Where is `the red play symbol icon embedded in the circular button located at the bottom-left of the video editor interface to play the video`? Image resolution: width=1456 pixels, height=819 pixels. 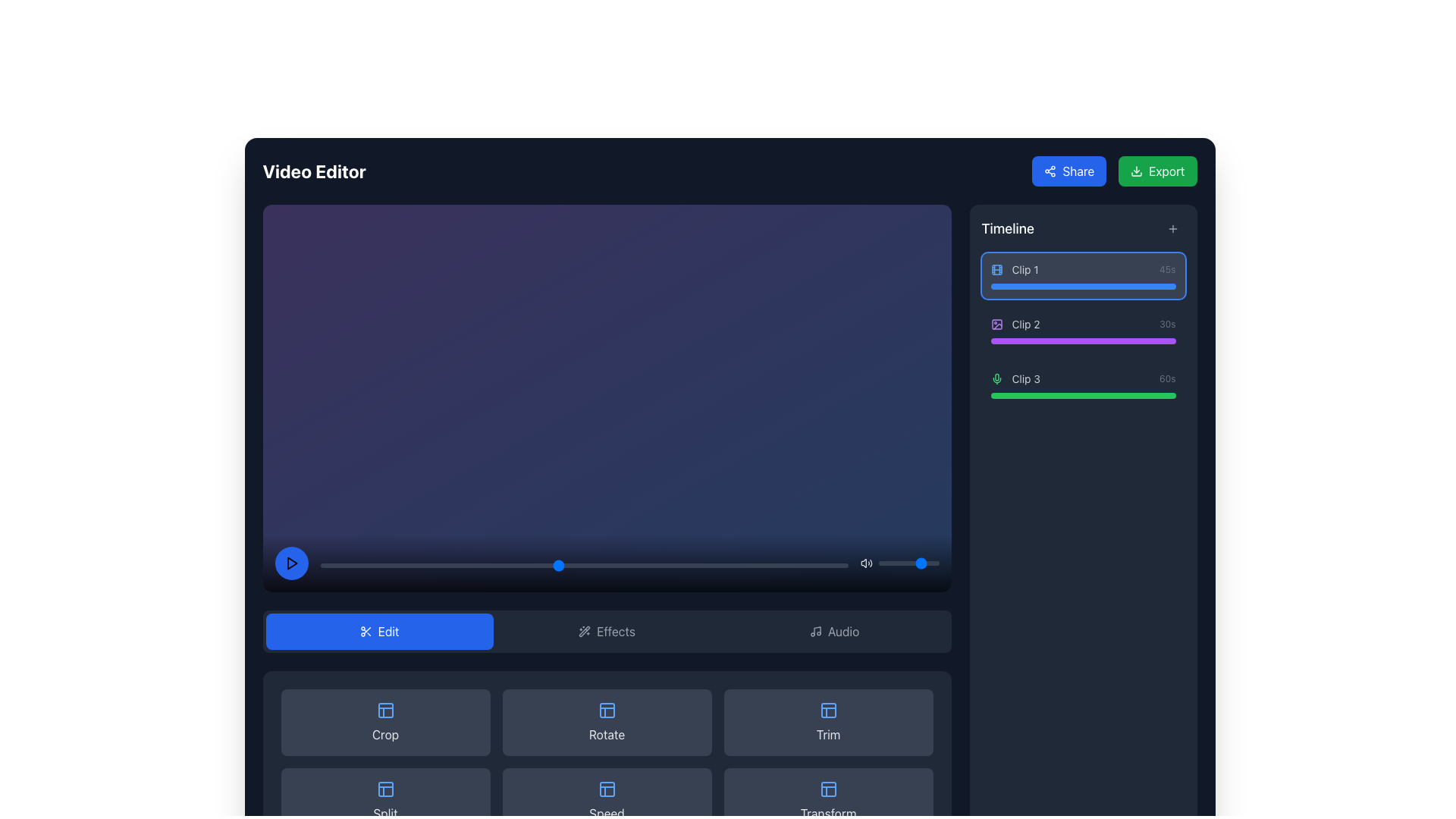
the red play symbol icon embedded in the circular button located at the bottom-left of the video editor interface to play the video is located at coordinates (292, 563).